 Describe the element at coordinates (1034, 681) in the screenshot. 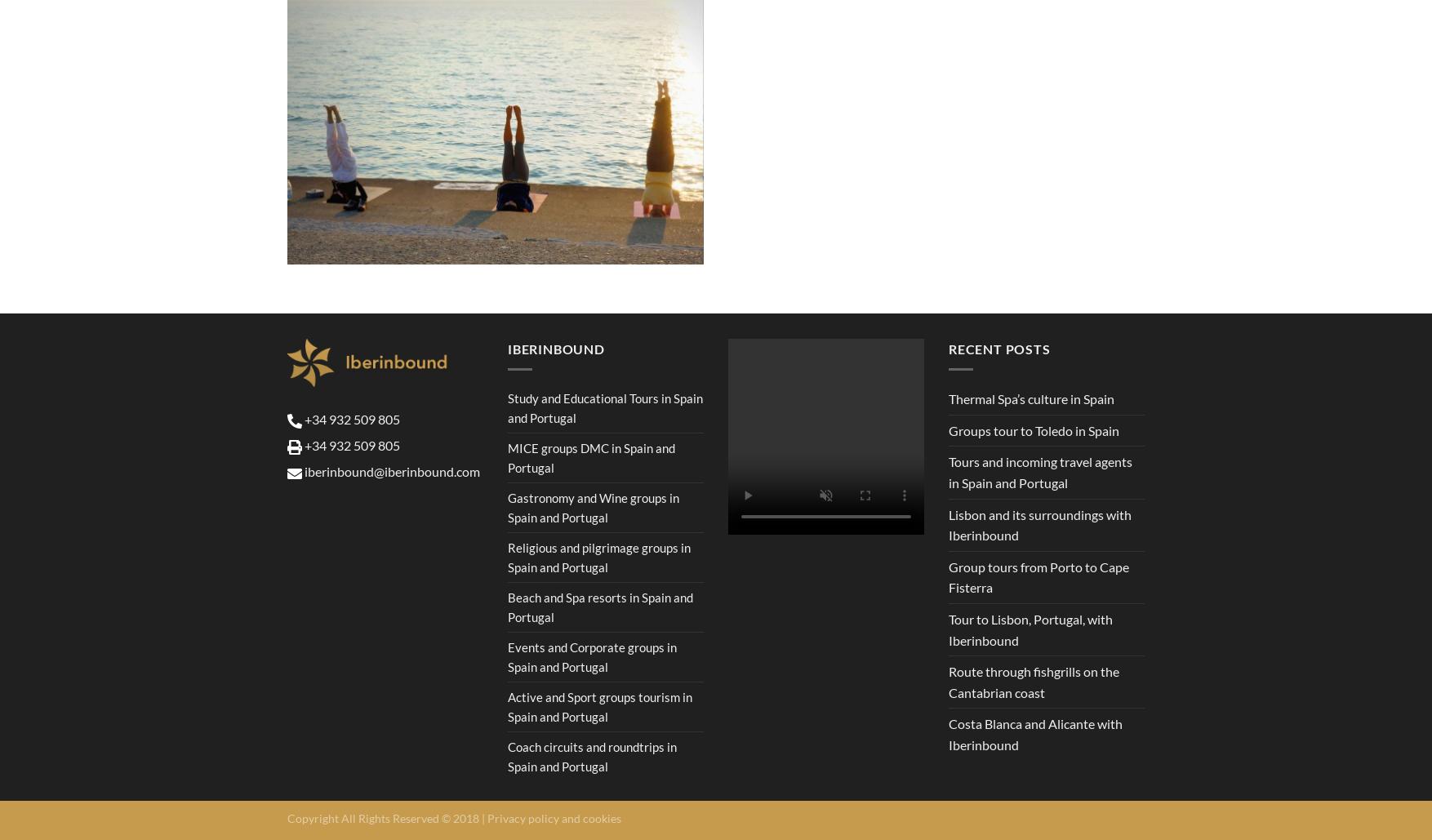

I see `'Route through fishgrills on the Cantabrian coast'` at that location.